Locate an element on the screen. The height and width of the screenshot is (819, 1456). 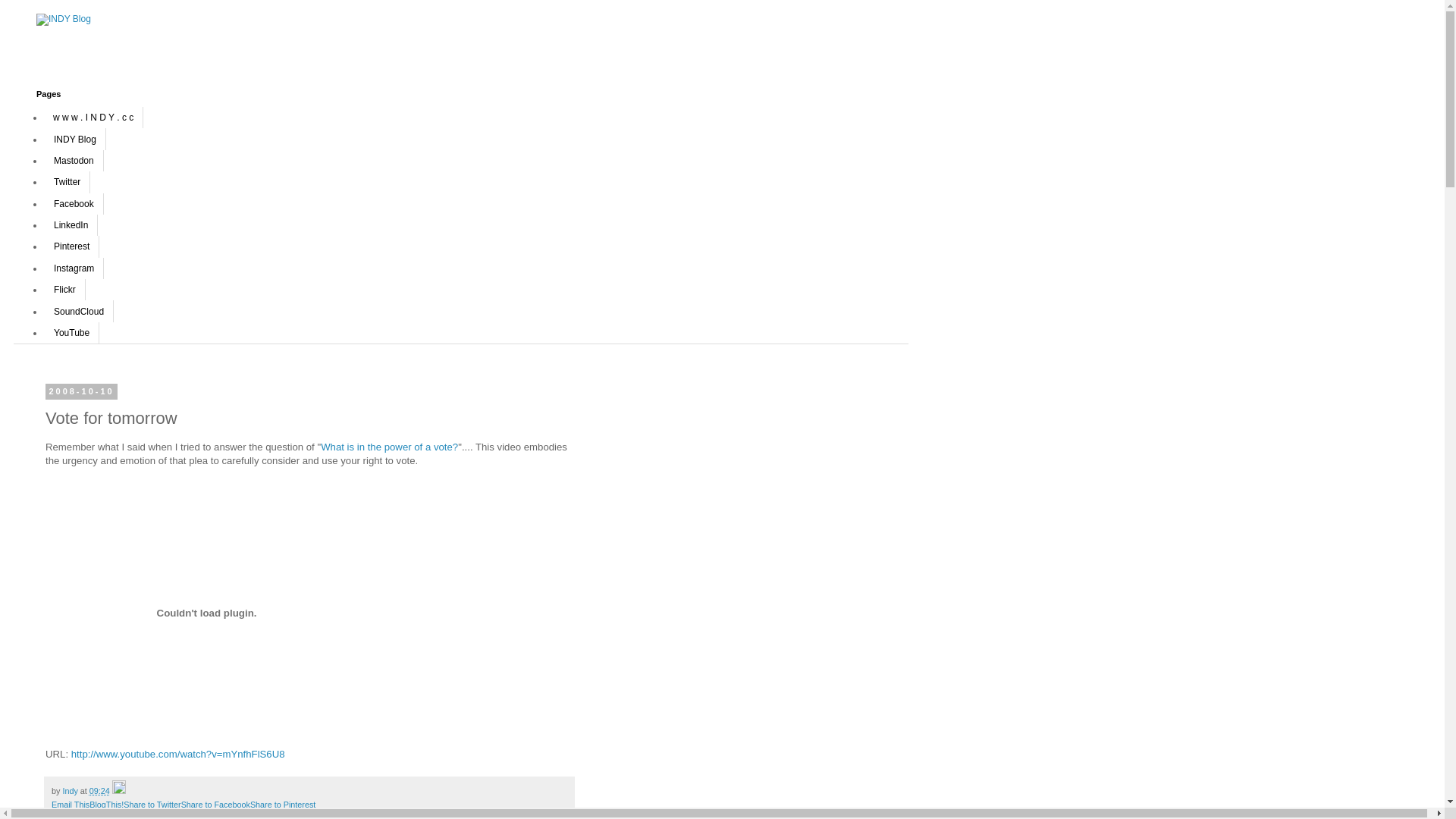
'What is in the power of a vote?' is located at coordinates (389, 446).